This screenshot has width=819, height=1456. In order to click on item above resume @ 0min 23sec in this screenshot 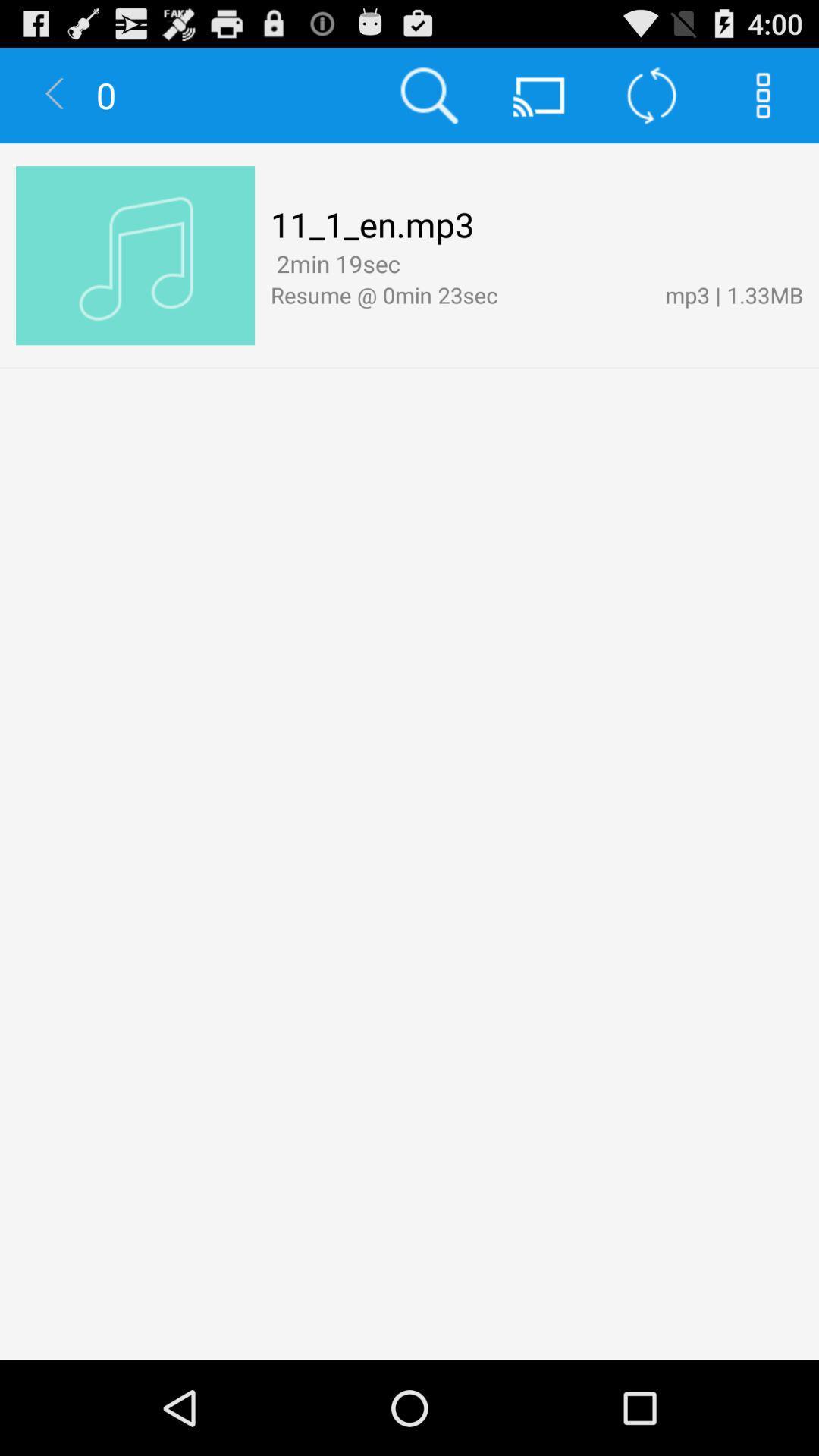, I will do `click(412, 265)`.